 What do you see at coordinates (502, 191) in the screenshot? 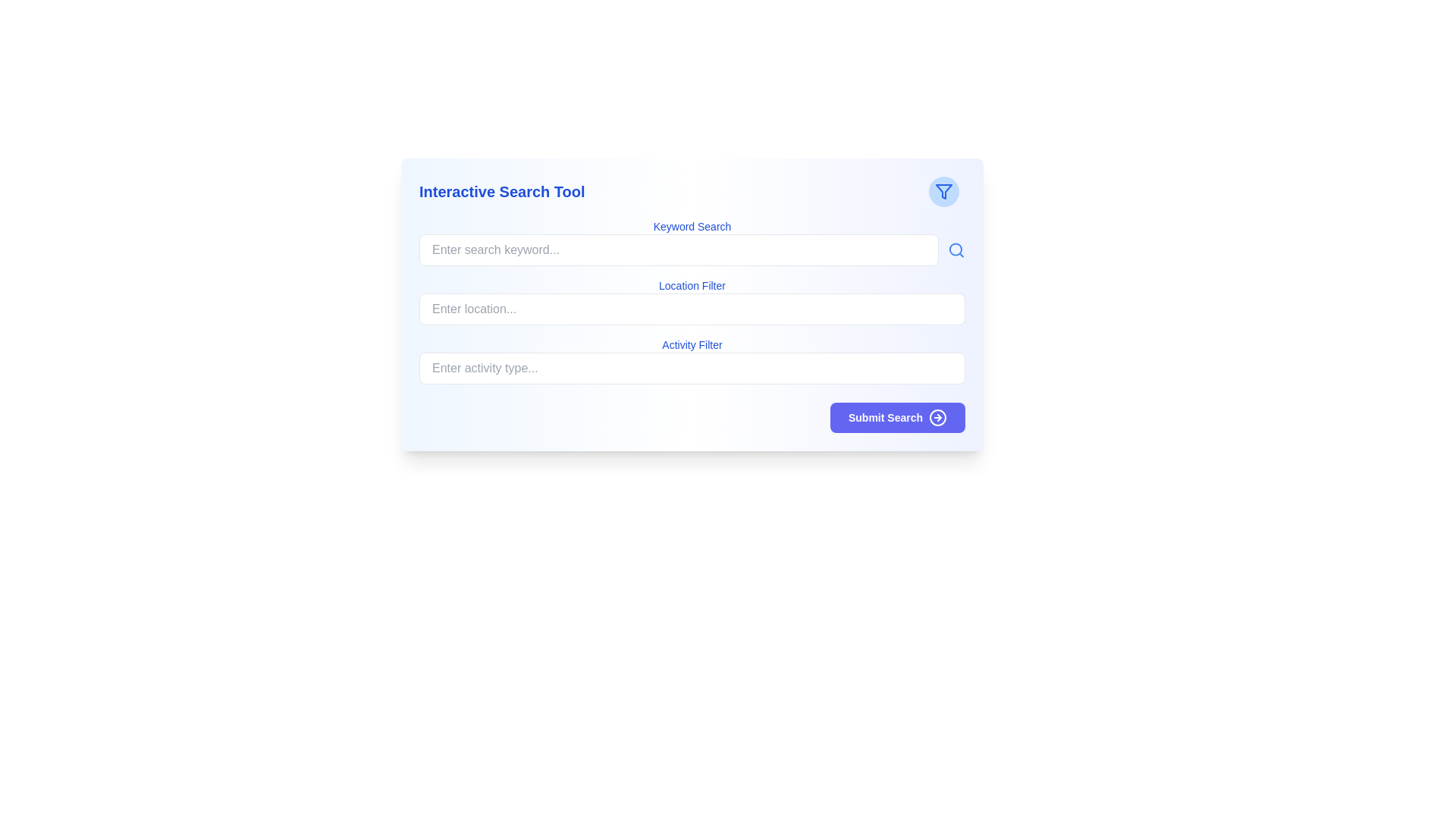
I see `the 'Interactive Search Tool' title` at bounding box center [502, 191].